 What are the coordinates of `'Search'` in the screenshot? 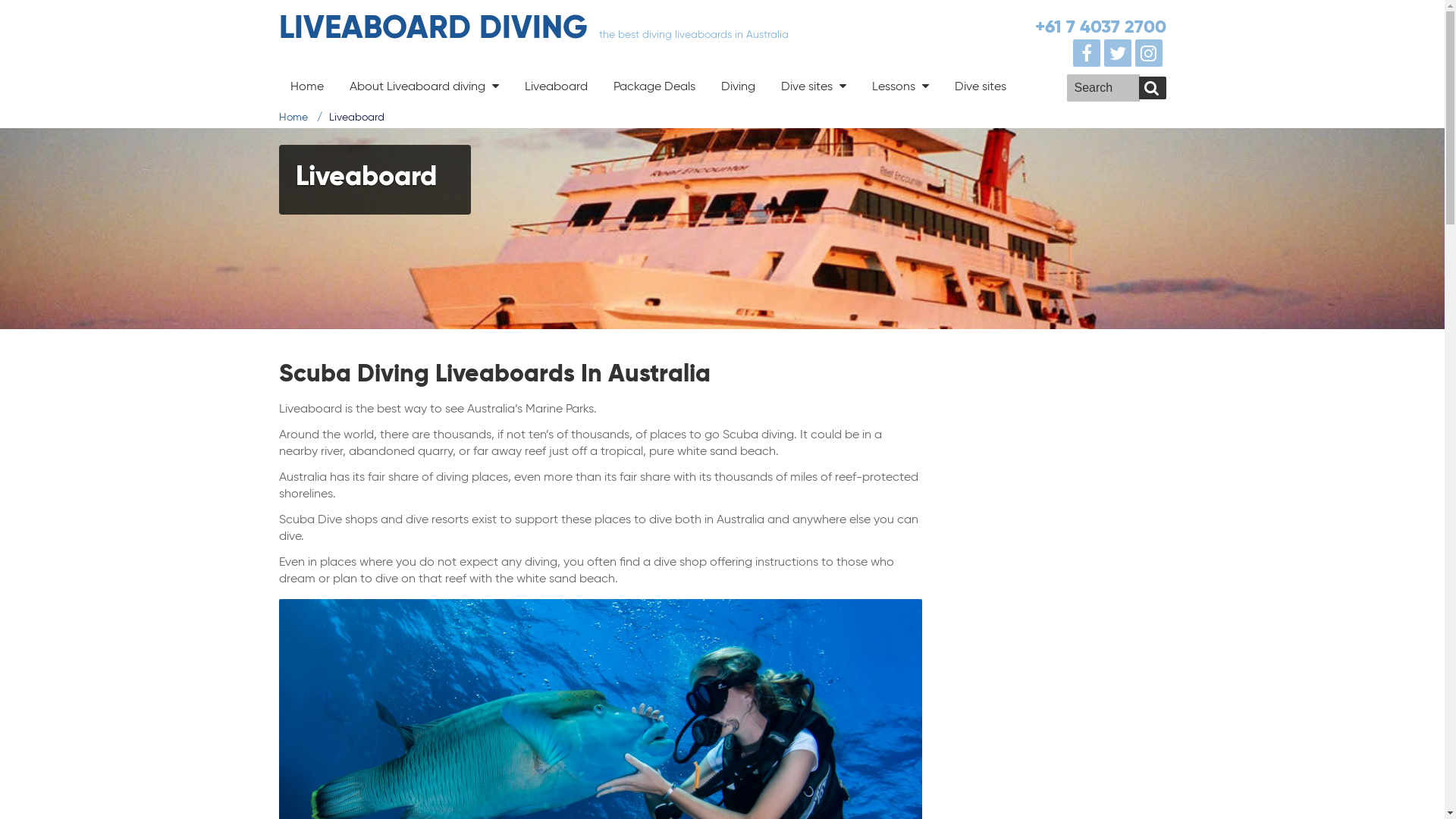 It's located at (1139, 87).